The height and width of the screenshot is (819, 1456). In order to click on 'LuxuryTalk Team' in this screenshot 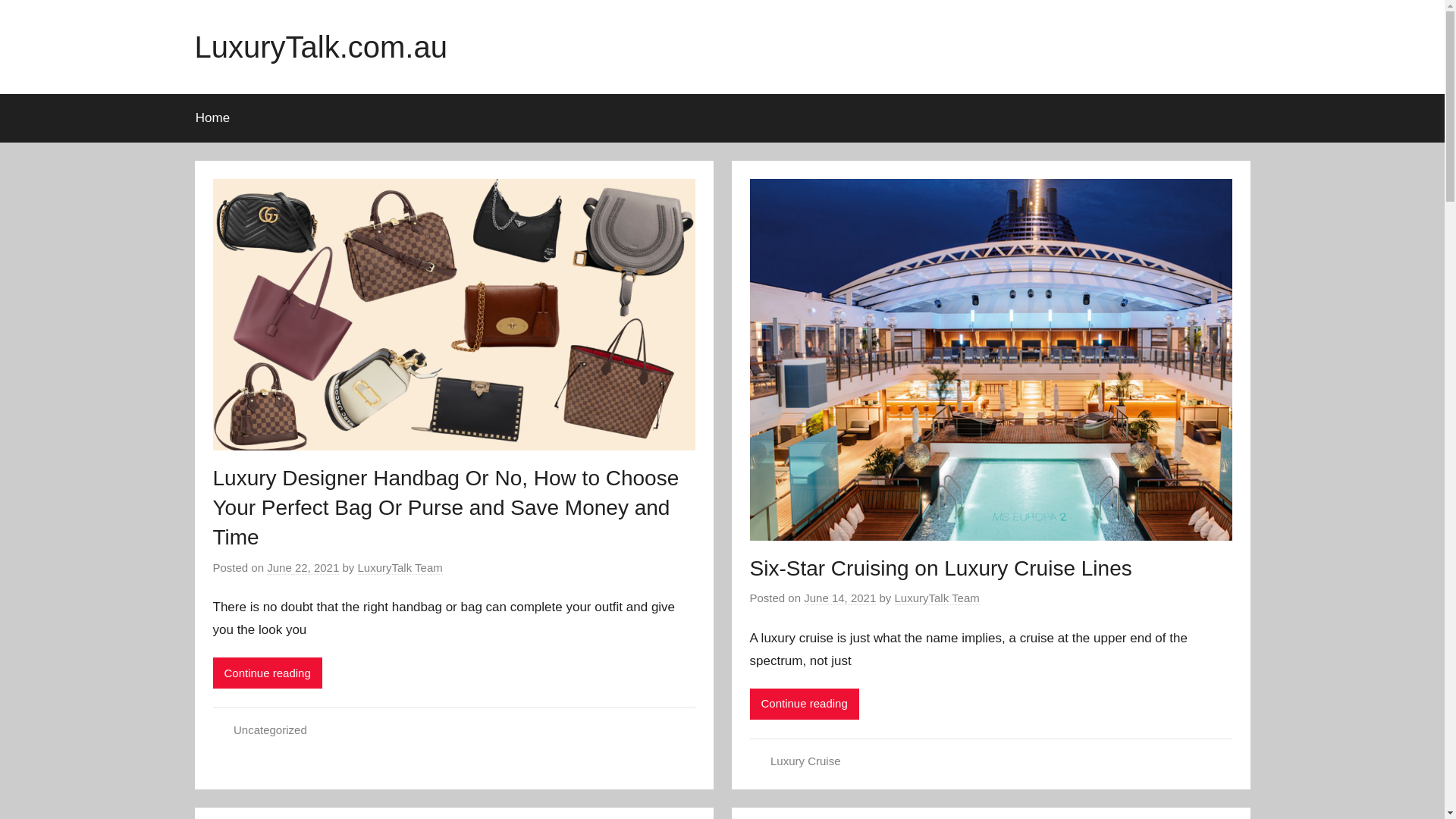, I will do `click(400, 567)`.